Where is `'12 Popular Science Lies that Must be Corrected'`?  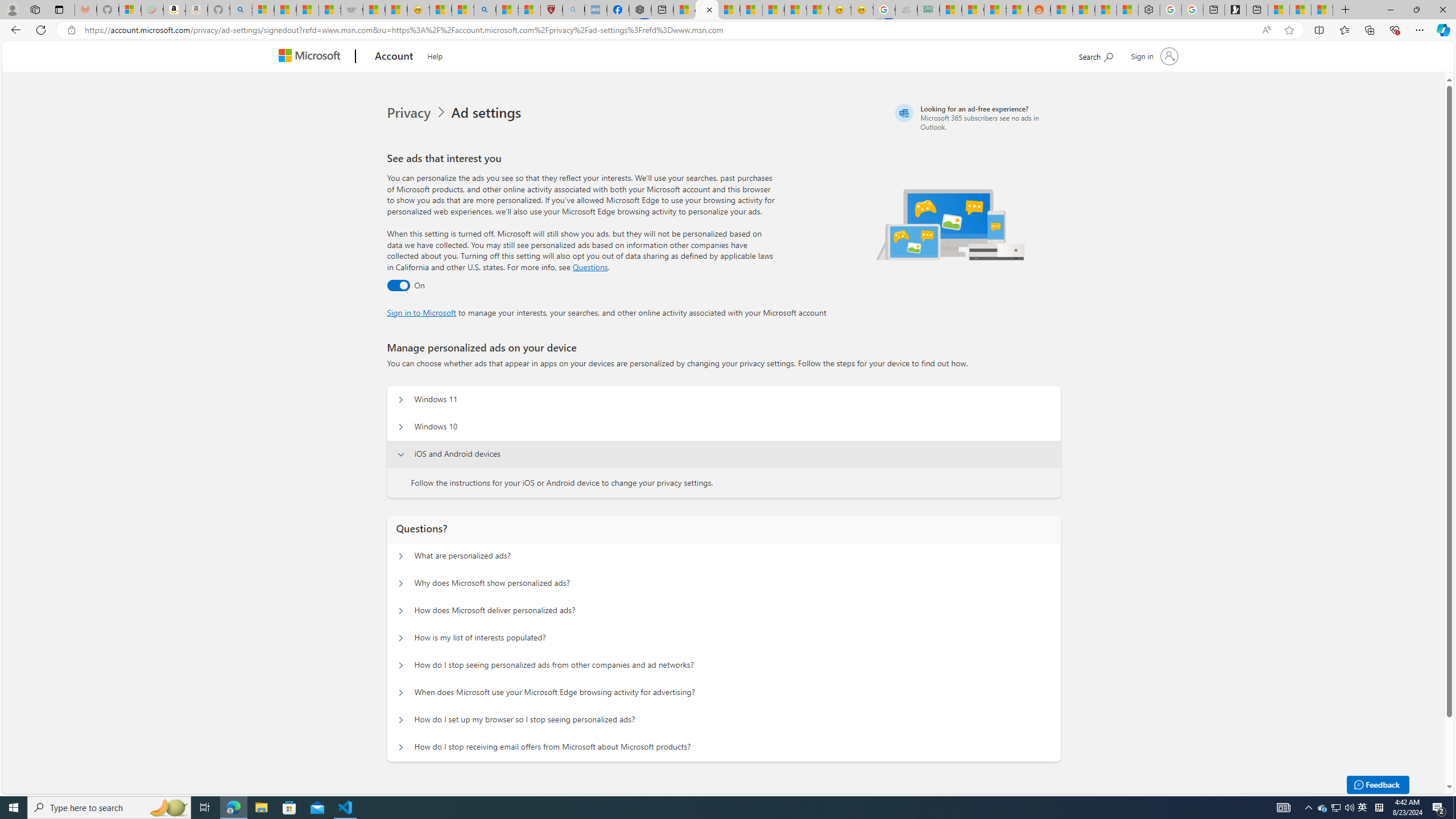 '12 Popular Science Lies that Must be Corrected' is located at coordinates (529, 9).